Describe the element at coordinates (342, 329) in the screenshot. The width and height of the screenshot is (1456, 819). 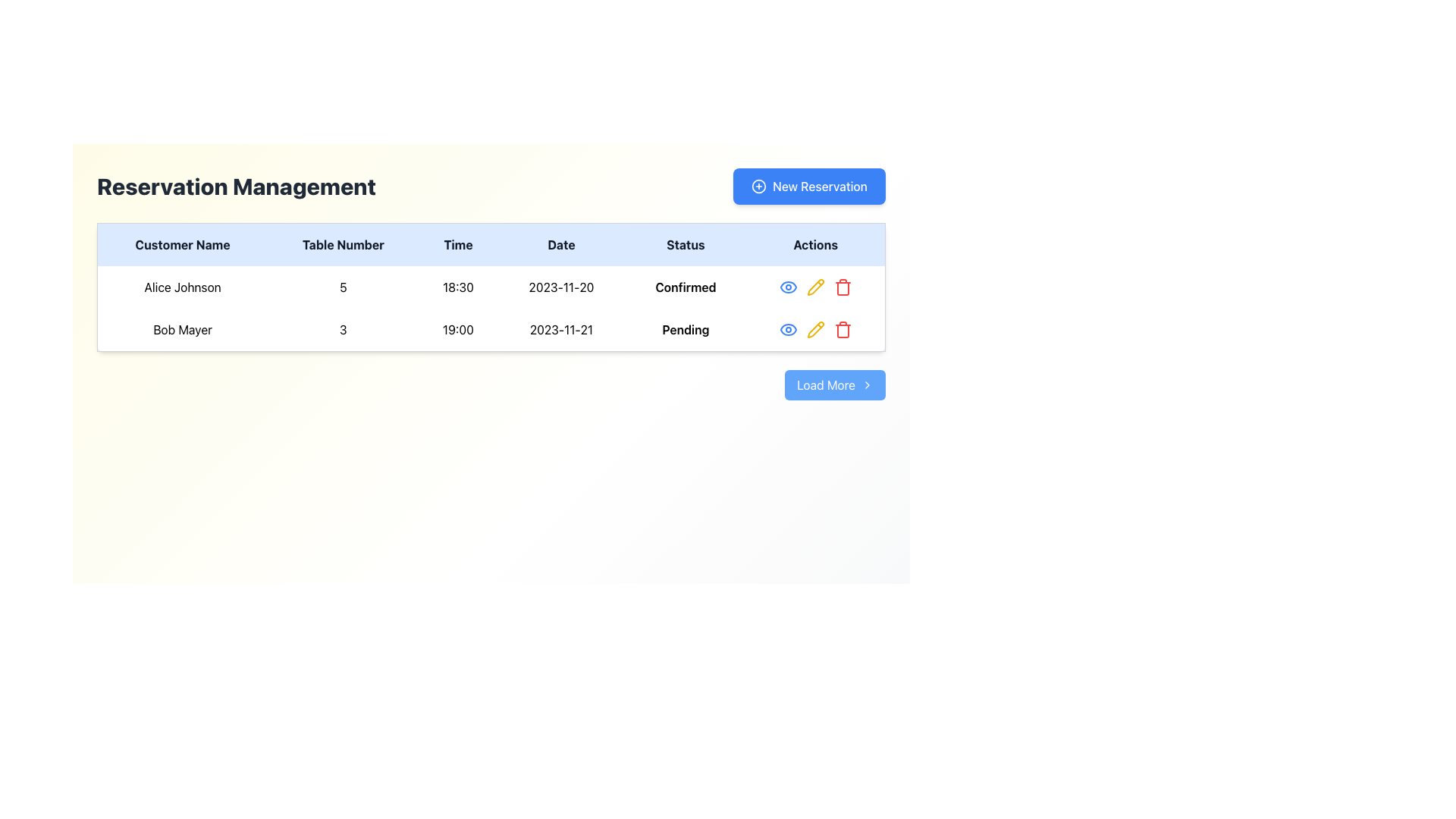
I see `the static text displaying the table number for the reservation assigned to 'Bob Mayer', located in the second data cell under the 'Table Number' column` at that location.